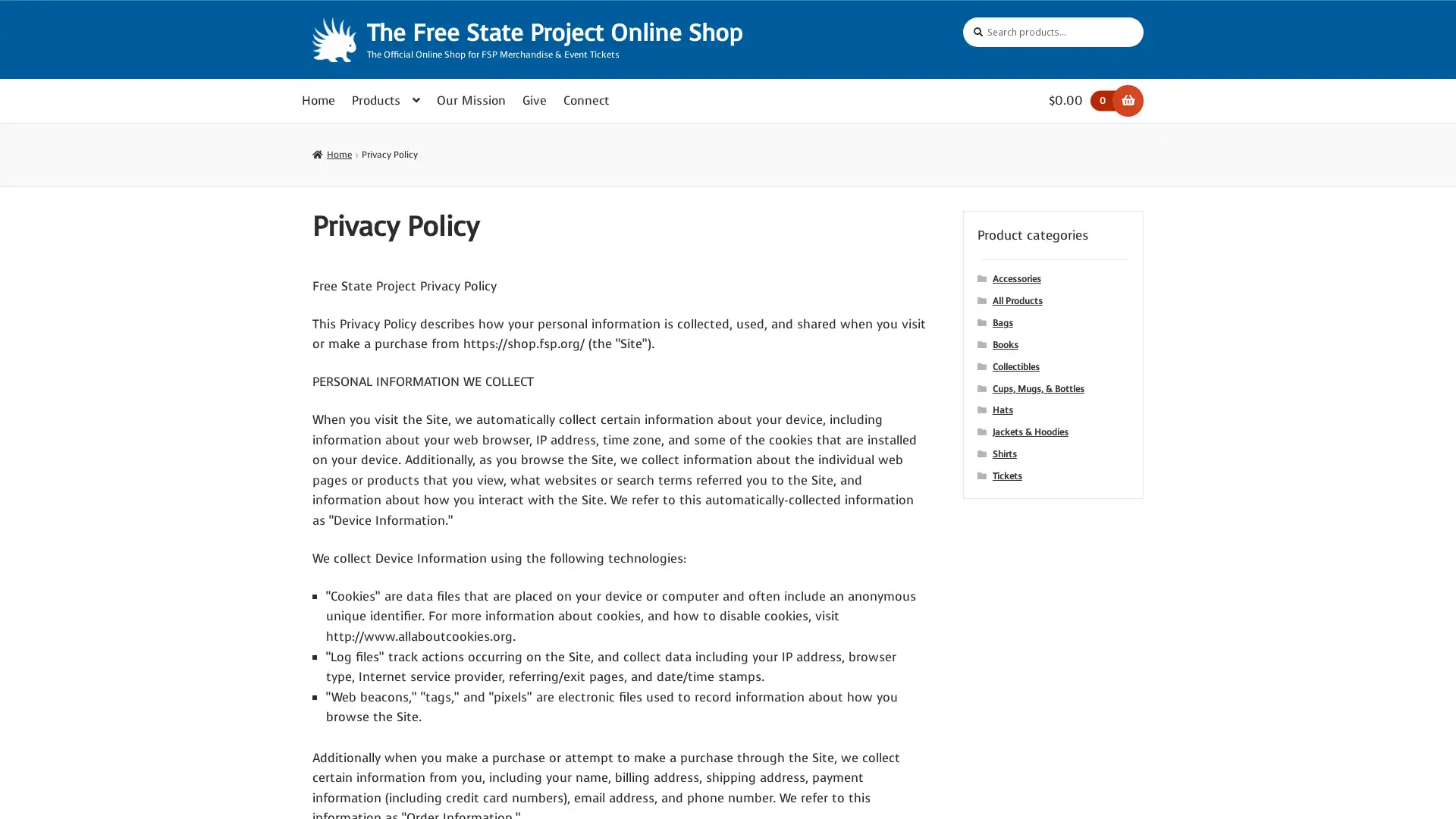 The height and width of the screenshot is (819, 1456). Describe the element at coordinates (962, 17) in the screenshot. I see `Search` at that location.